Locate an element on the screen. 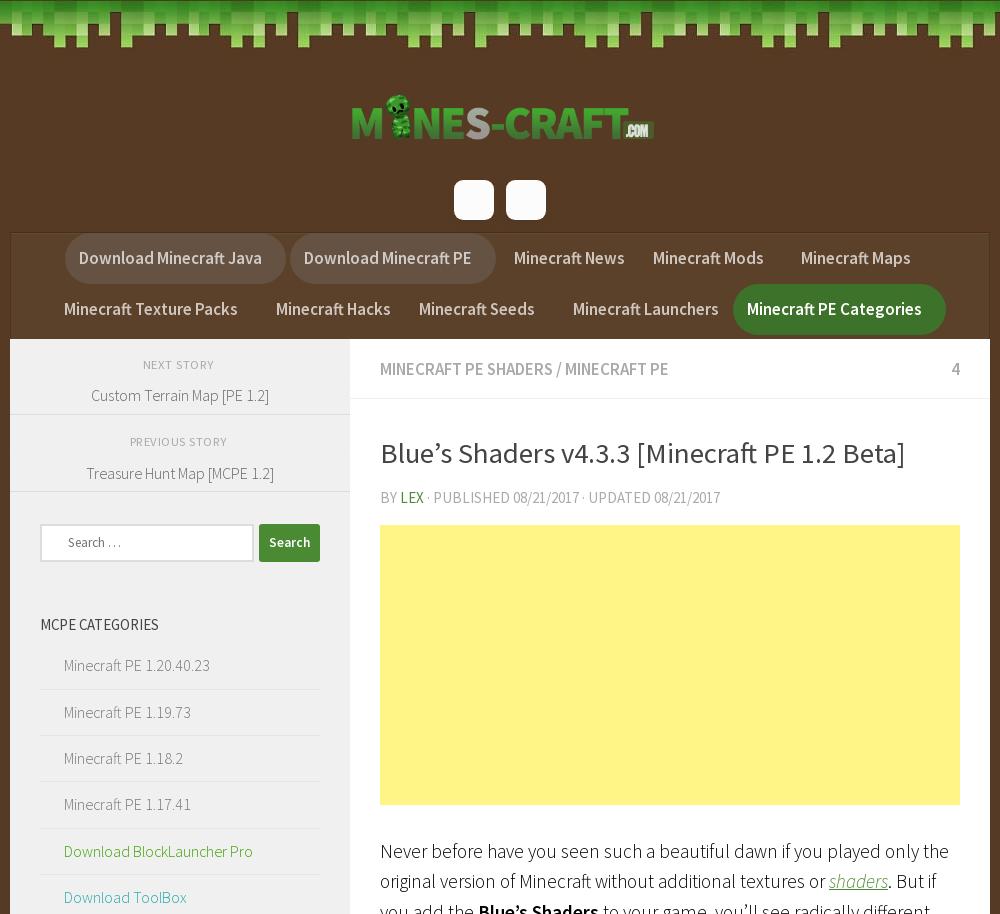  'Download ToolBox' is located at coordinates (125, 895).